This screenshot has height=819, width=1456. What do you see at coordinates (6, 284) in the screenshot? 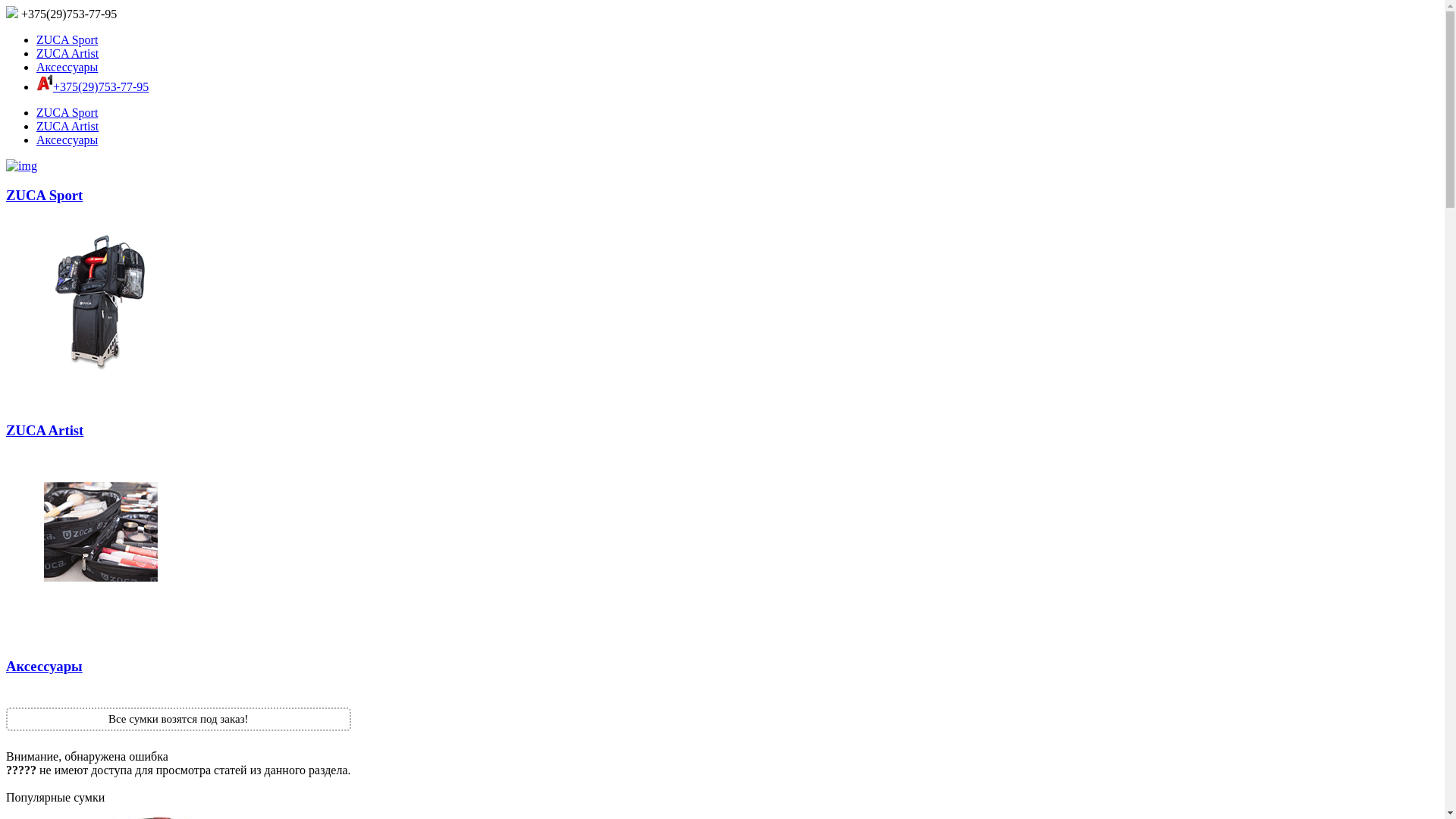
I see `'ZUCA Sport'` at bounding box center [6, 284].